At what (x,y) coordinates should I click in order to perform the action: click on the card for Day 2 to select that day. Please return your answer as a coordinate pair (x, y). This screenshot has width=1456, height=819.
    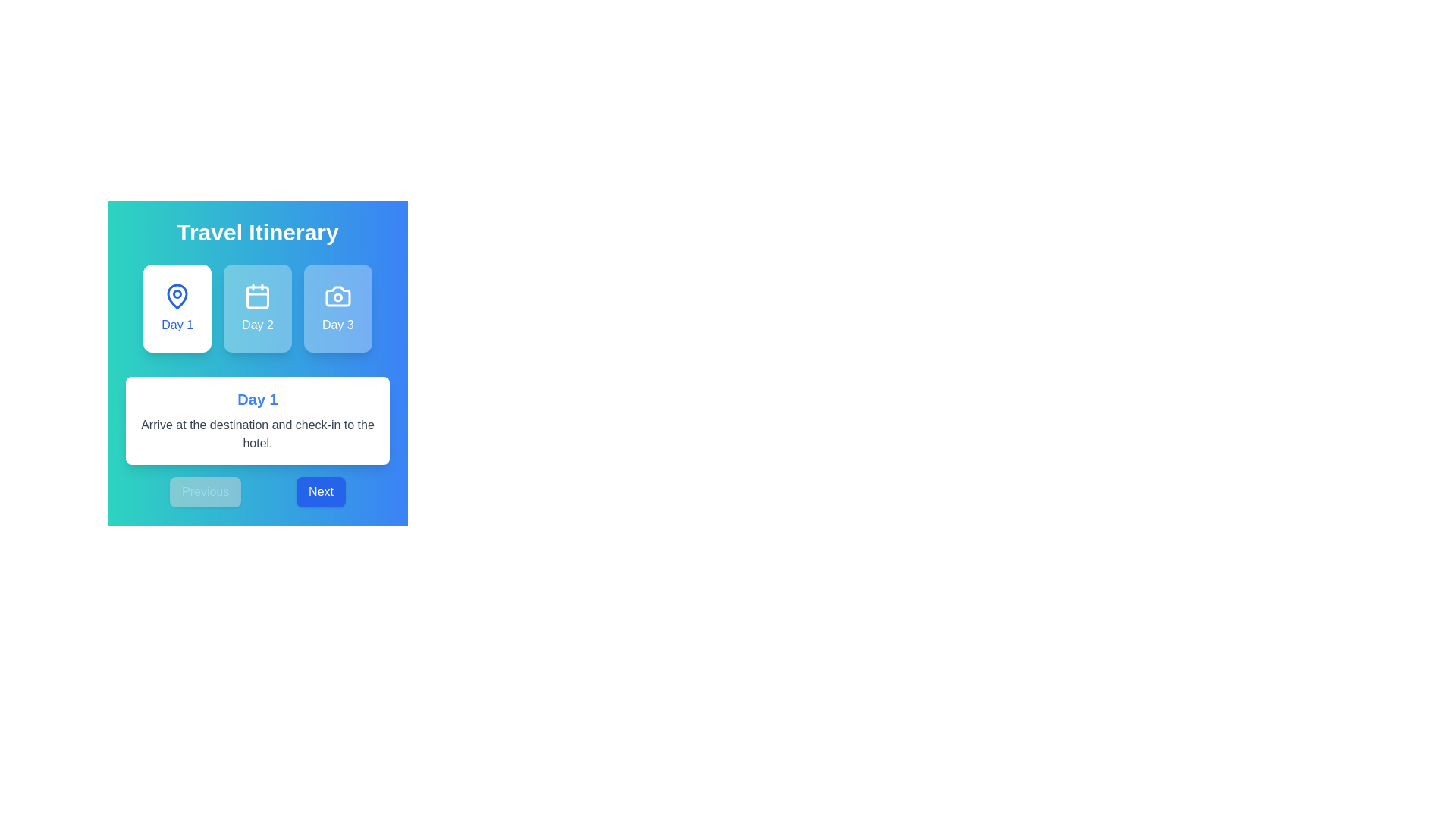
    Looking at the image, I should click on (258, 308).